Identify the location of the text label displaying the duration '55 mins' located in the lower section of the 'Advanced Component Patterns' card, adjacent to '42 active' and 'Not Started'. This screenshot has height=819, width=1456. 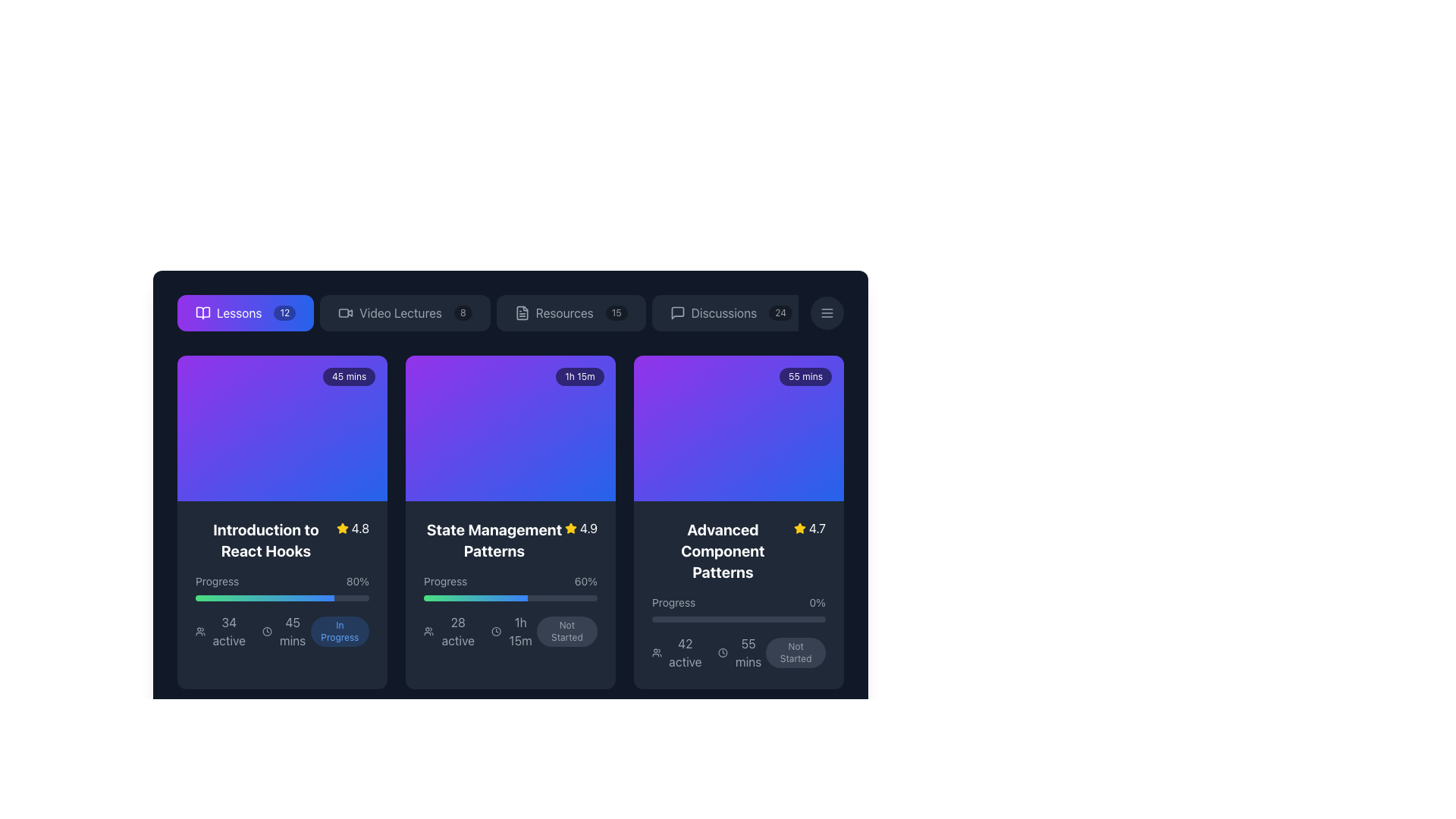
(748, 651).